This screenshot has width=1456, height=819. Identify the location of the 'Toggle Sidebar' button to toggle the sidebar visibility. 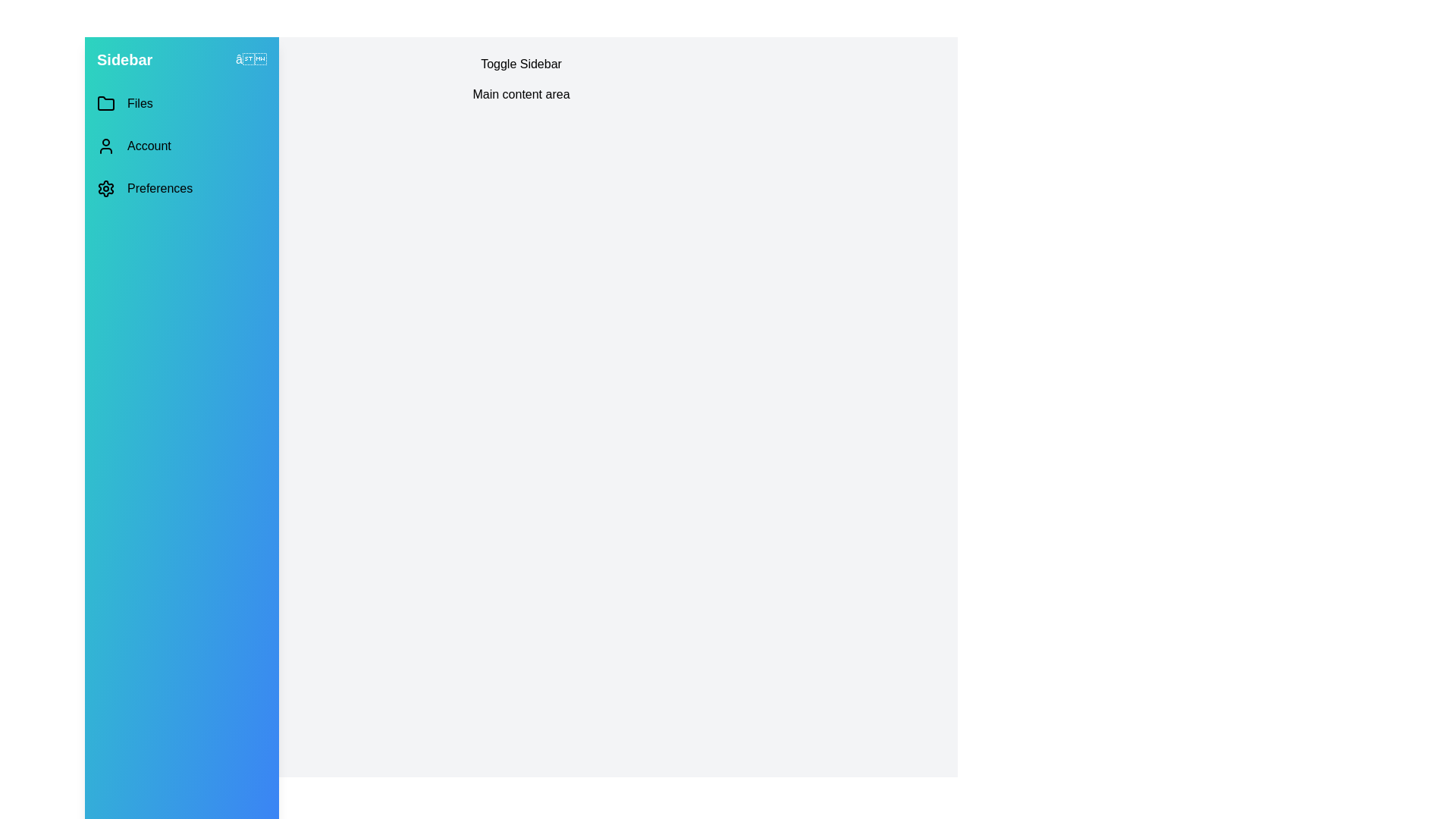
(521, 63).